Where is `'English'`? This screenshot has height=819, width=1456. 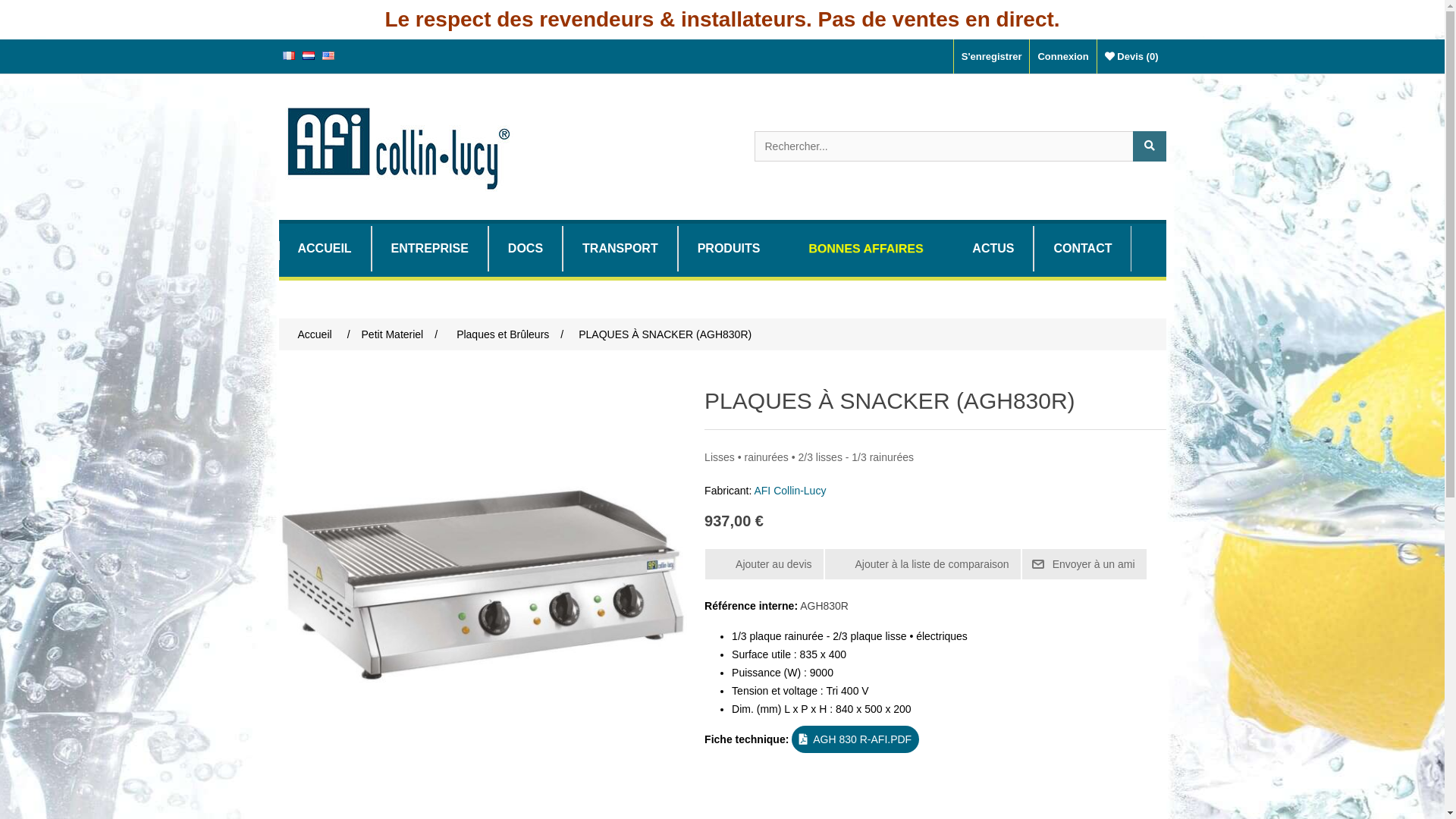 'English' is located at coordinates (327, 55).